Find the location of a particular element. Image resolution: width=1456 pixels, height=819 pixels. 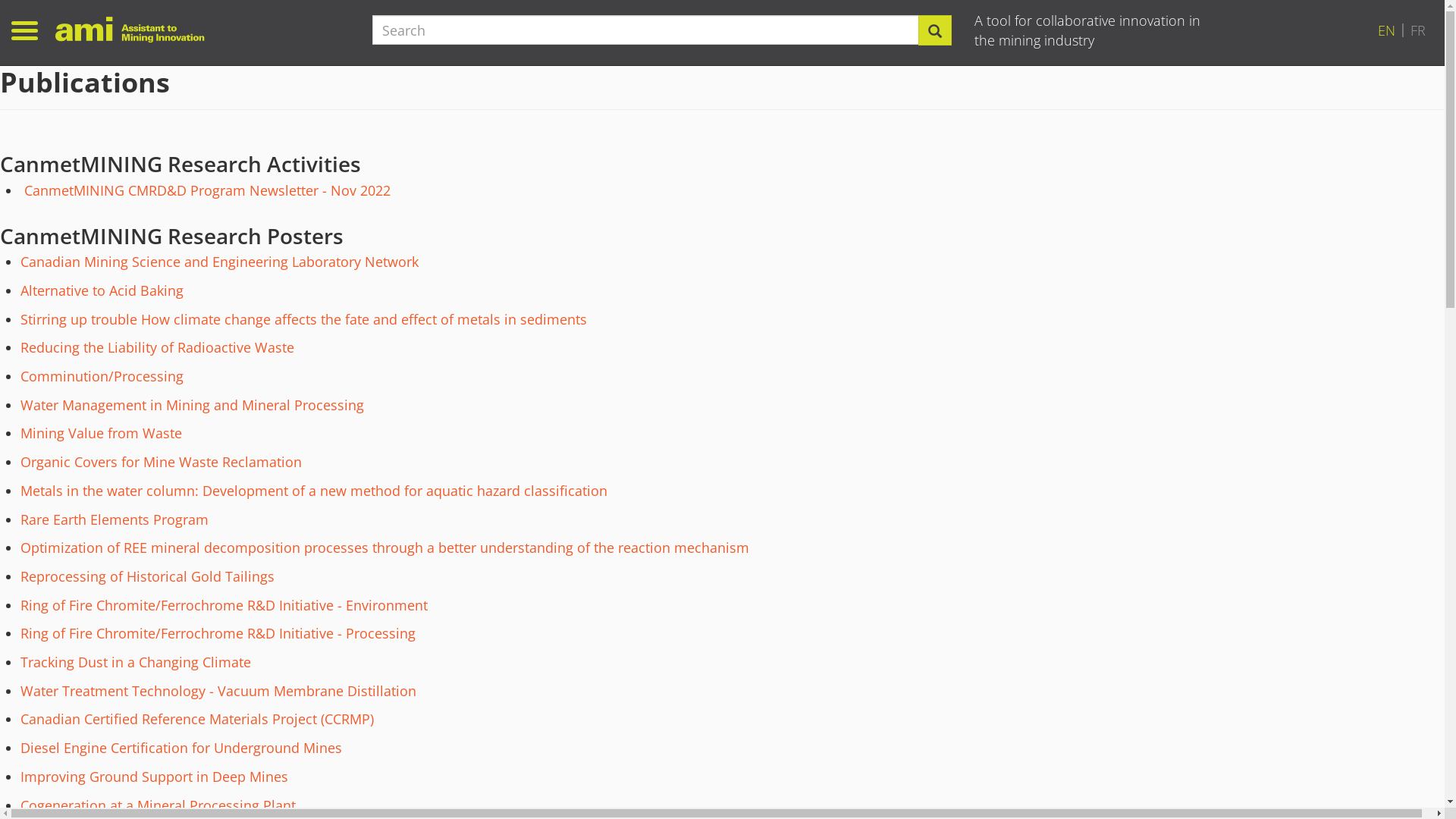

'Search' is located at coordinates (934, 30).